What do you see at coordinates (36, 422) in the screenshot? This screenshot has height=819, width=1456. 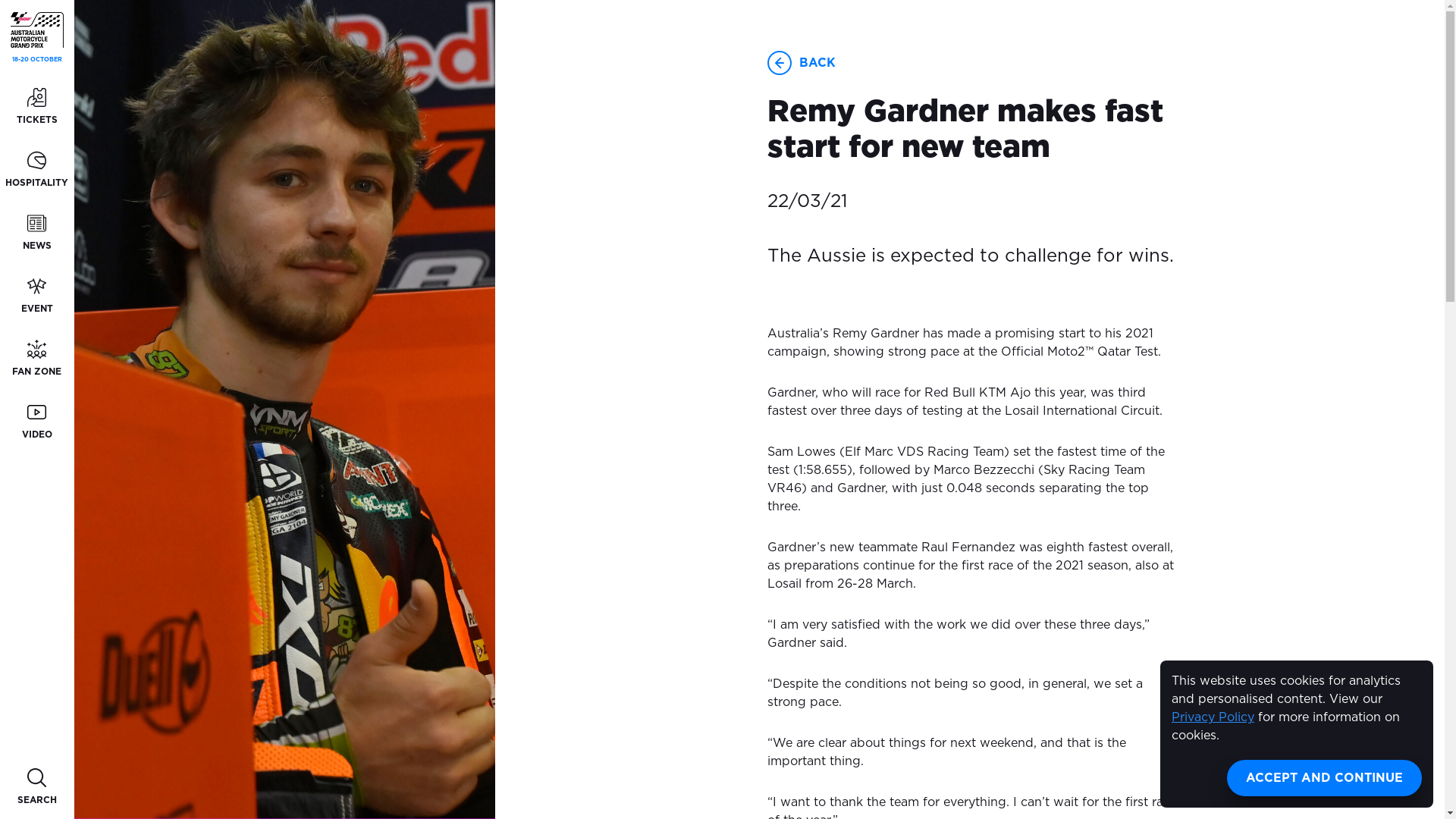 I see `'VIDEO'` at bounding box center [36, 422].